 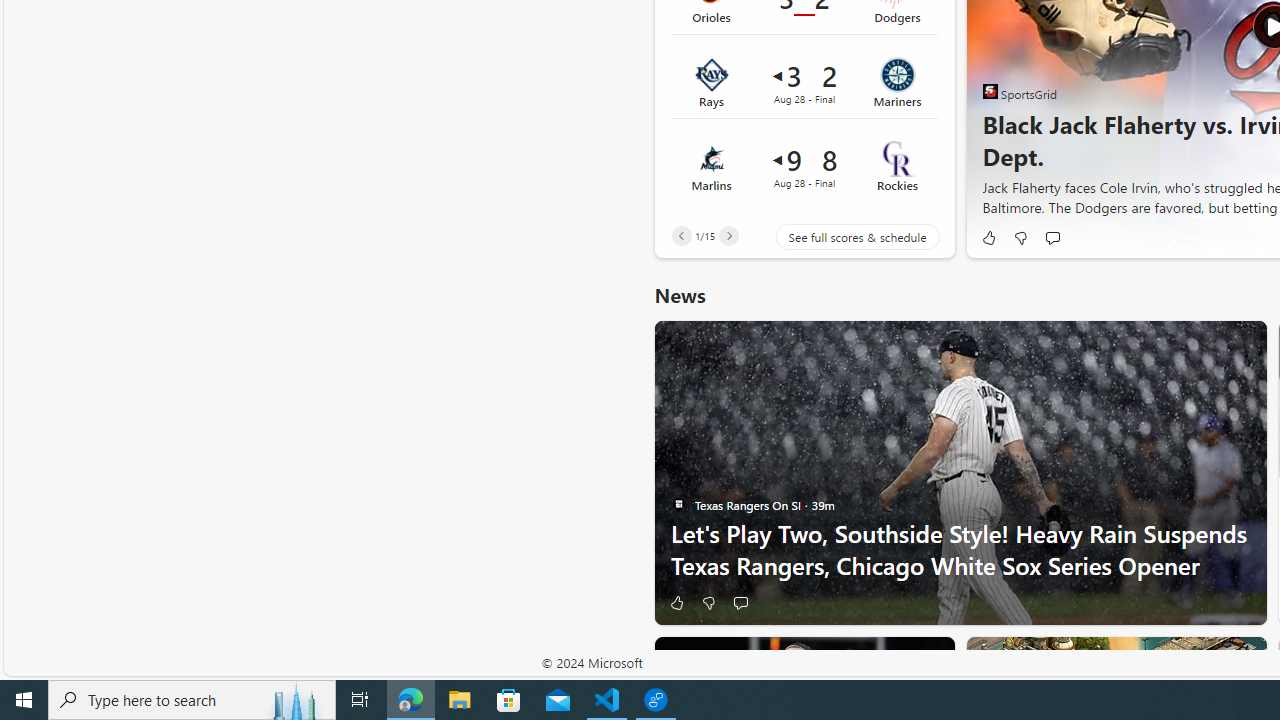 I want to click on 'Rays 3 vs Mariners 2Final Date Aug 28', so click(x=804, y=82).